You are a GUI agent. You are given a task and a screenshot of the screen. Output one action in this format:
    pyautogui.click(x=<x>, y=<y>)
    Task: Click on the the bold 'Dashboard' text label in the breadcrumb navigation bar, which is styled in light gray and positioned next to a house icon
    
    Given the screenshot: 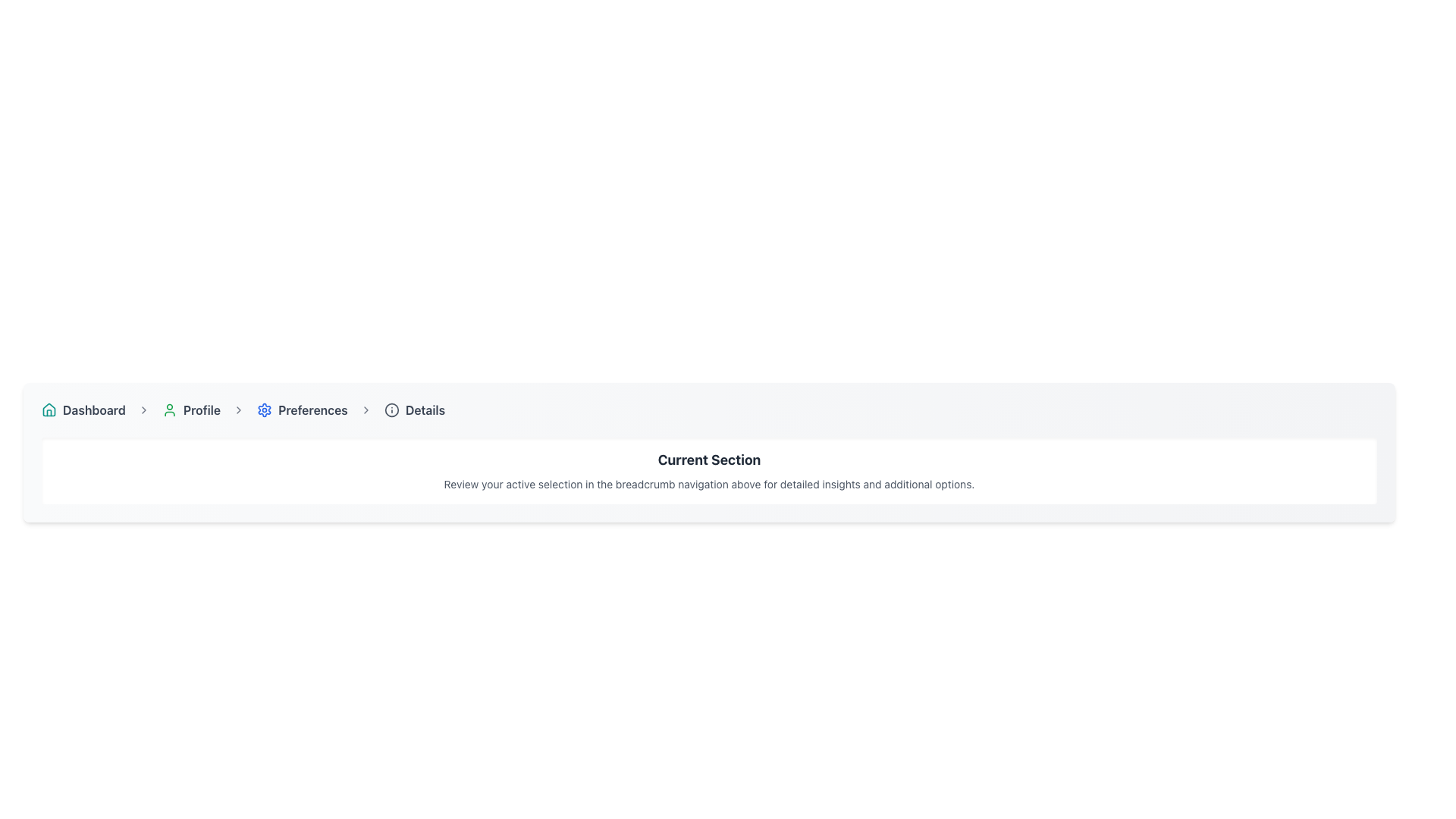 What is the action you would take?
    pyautogui.click(x=93, y=409)
    